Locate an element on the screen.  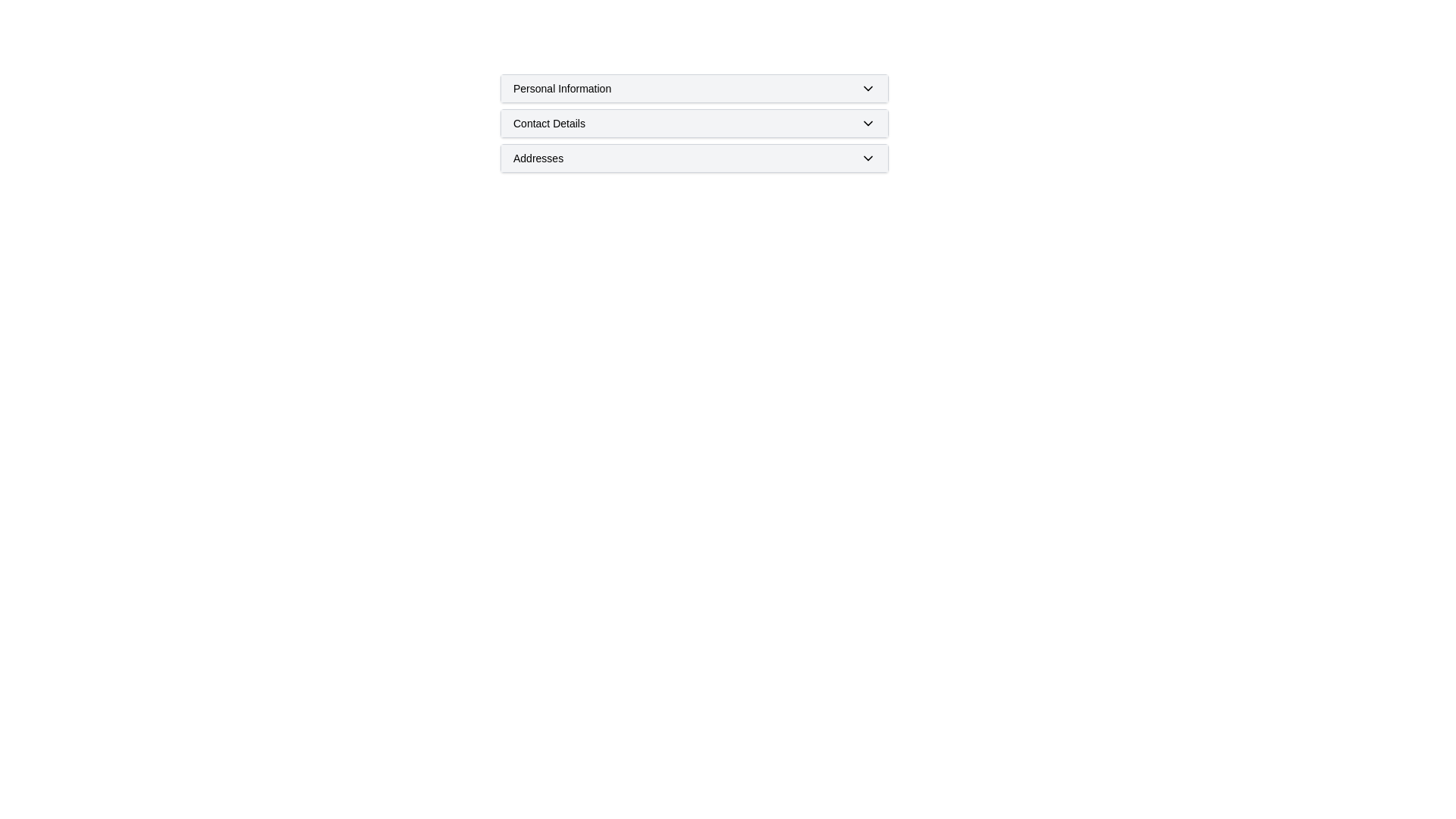
the 'Contact Details' text label of the collapsible section header, which is centrally located and visually distinct with ample white space around it is located at coordinates (548, 122).